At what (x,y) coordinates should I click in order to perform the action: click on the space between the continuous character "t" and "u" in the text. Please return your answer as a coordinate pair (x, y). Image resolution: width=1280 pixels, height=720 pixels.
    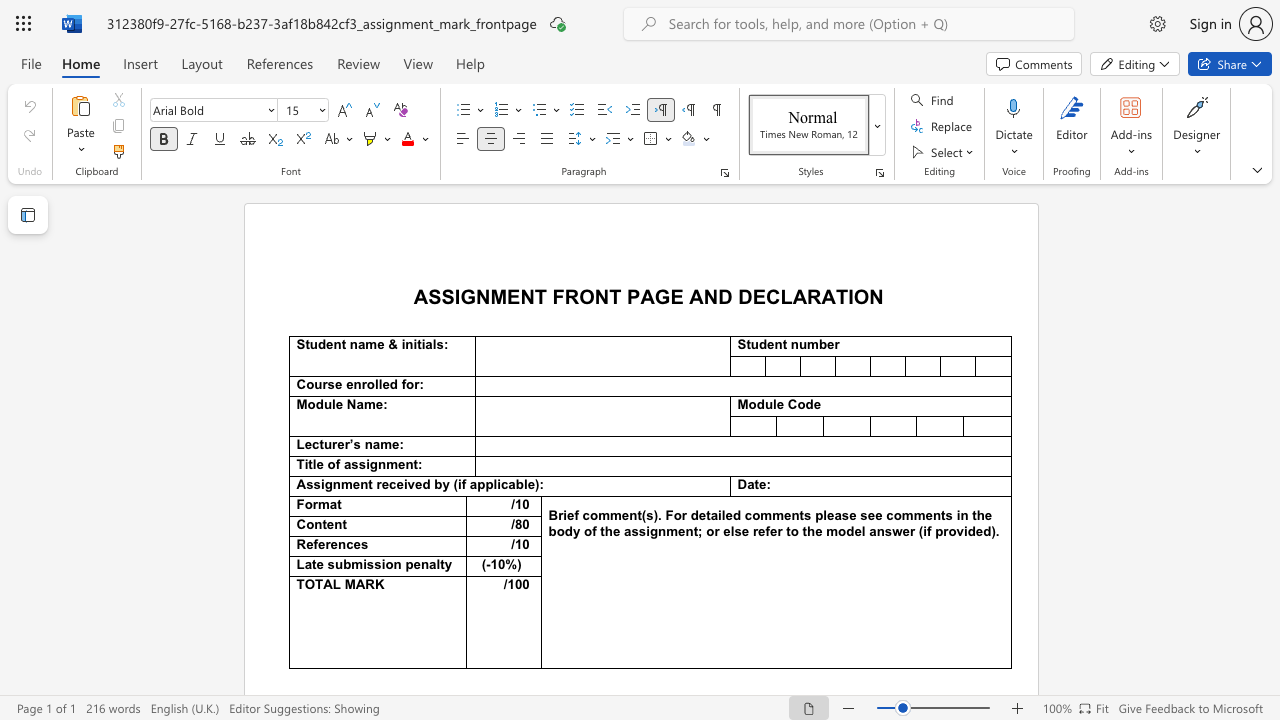
    Looking at the image, I should click on (309, 343).